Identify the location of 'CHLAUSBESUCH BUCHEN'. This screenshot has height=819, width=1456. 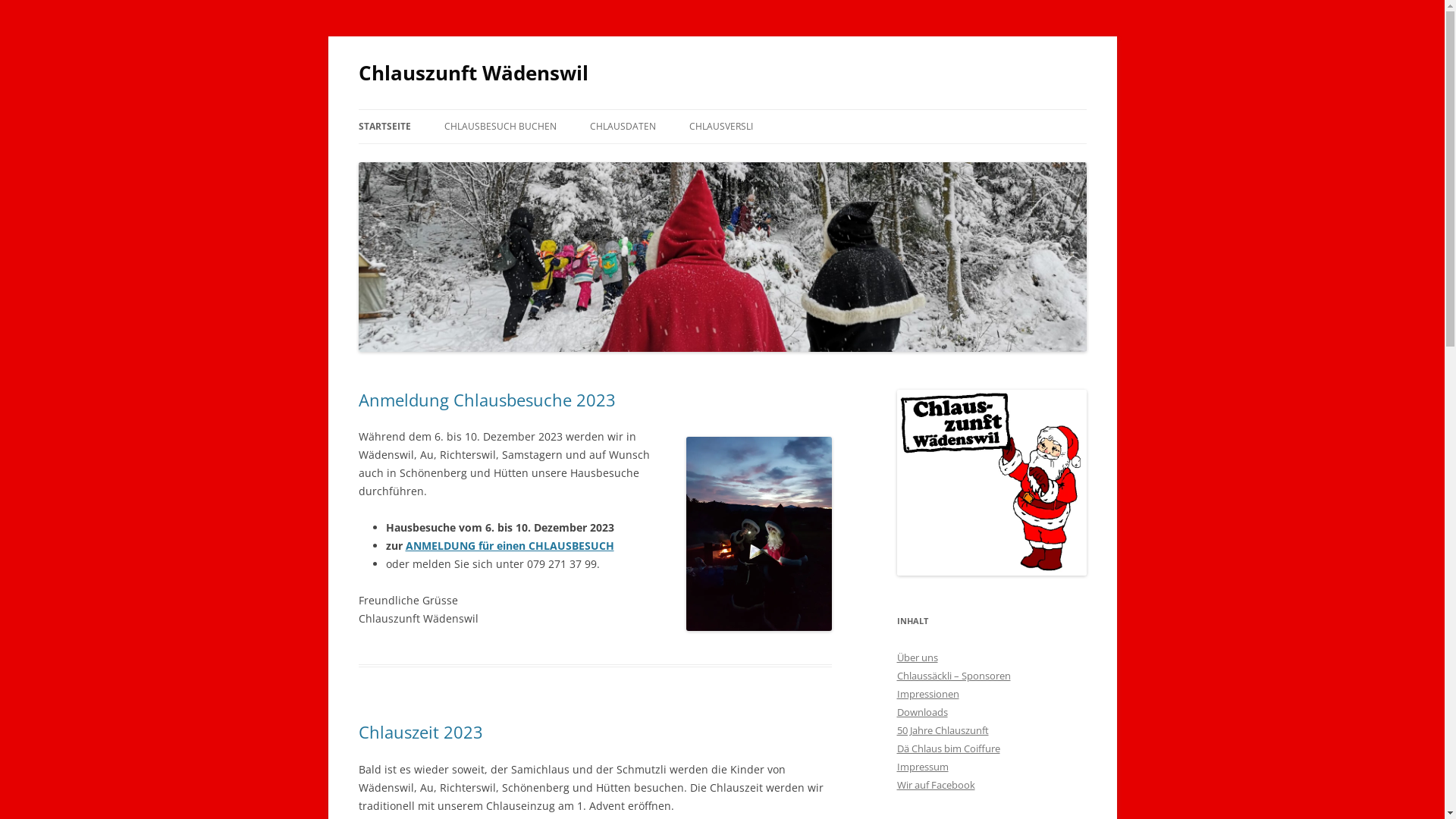
(500, 125).